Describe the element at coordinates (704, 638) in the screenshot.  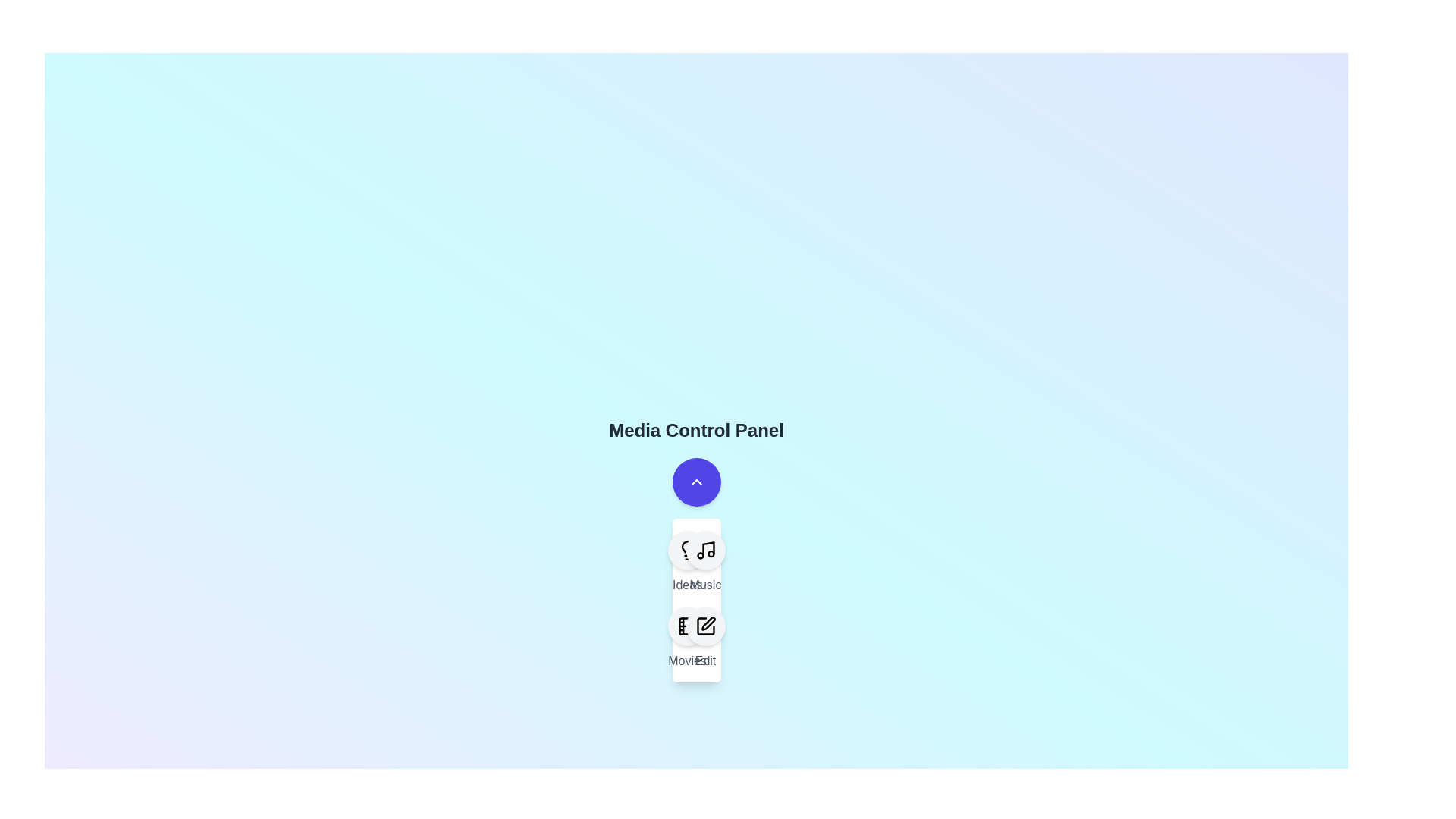
I see `the menu item labeled Edit` at that location.